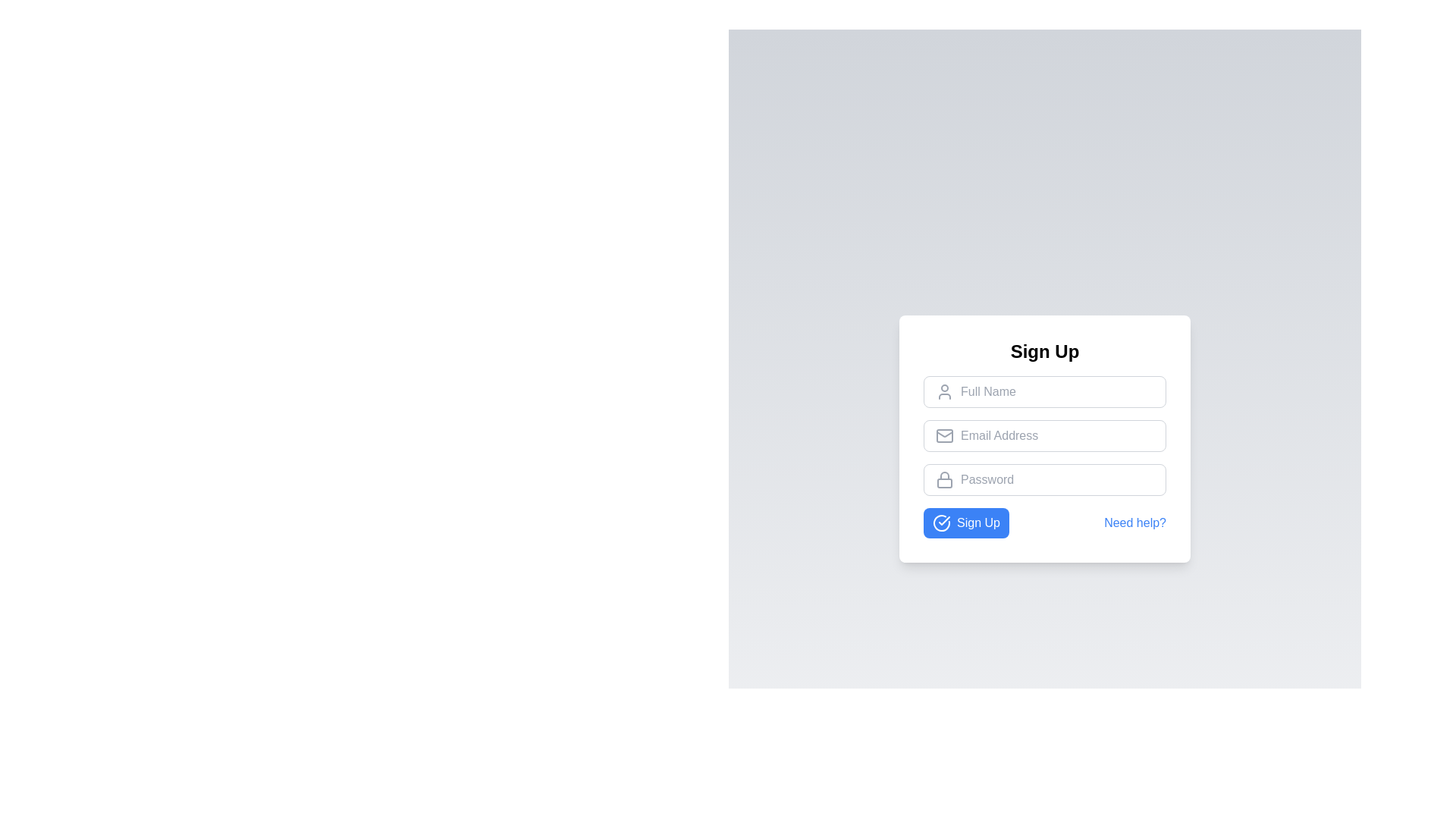  I want to click on the decorative hint icon located to the left of the 'Email Address' input field, so click(944, 435).